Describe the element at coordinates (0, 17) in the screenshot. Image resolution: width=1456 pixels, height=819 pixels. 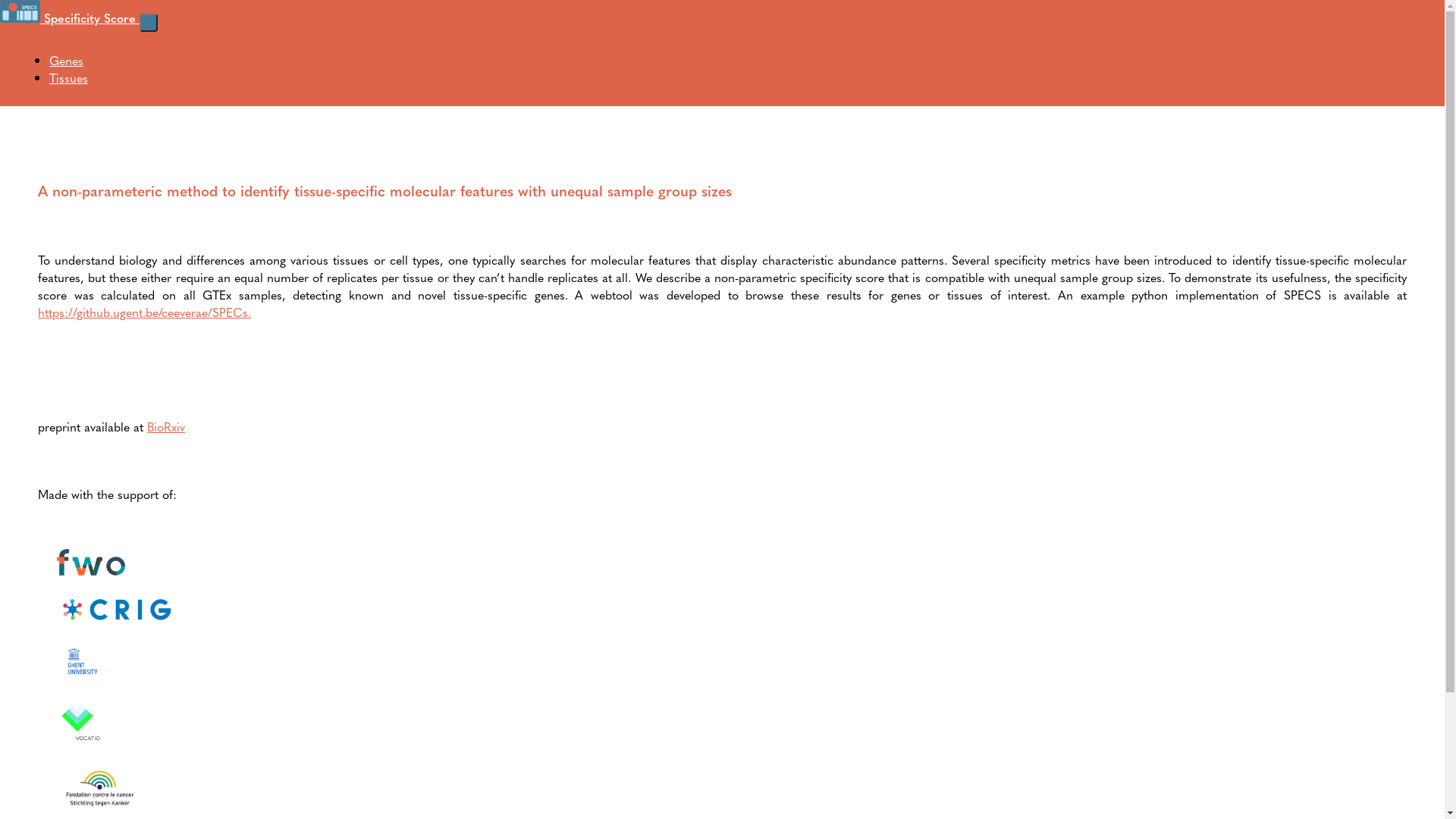
I see `' Specificity Score'` at that location.